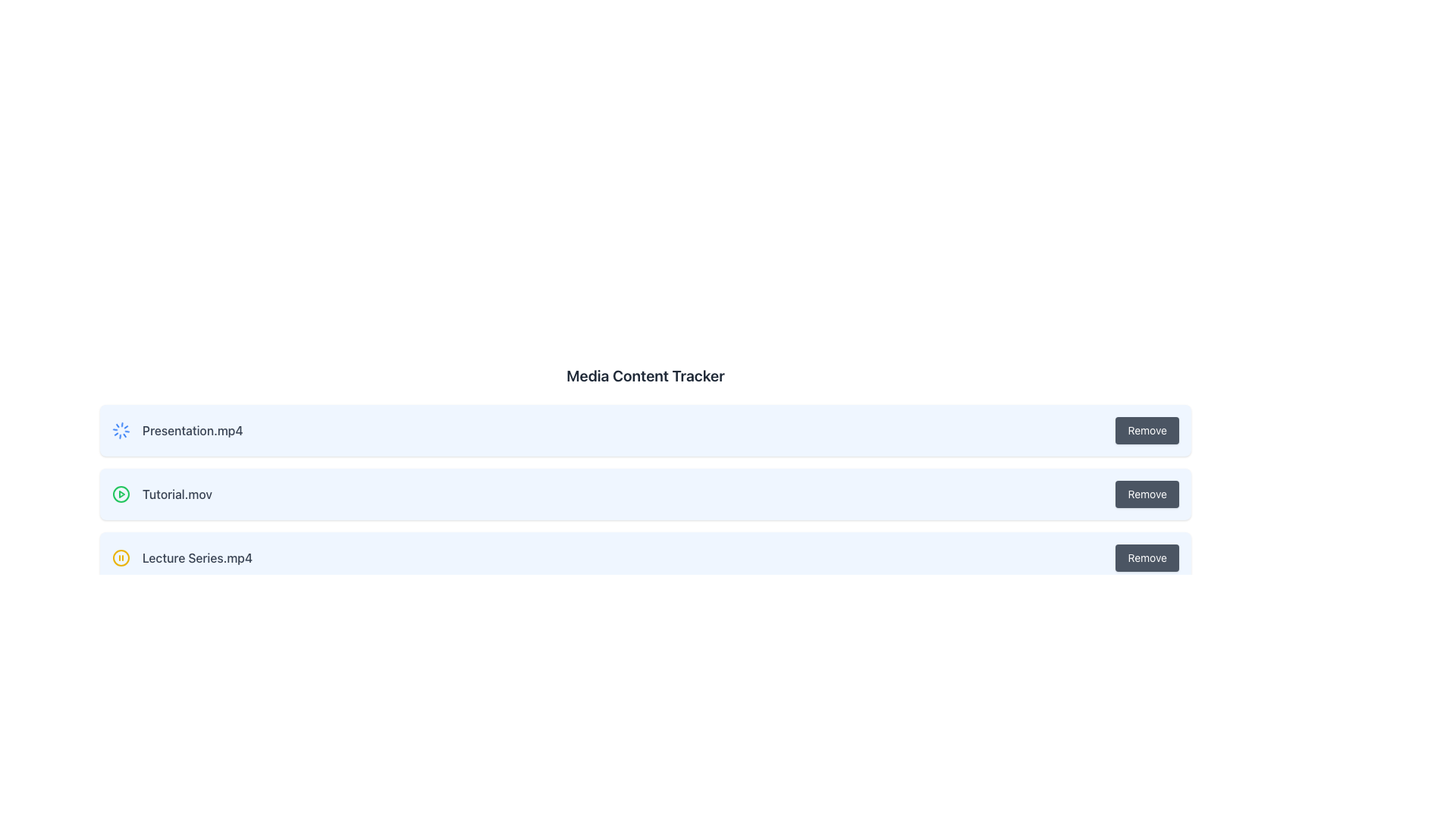 The width and height of the screenshot is (1456, 819). Describe the element at coordinates (1147, 558) in the screenshot. I see `the remove button located on the rightmost side of the row titled 'Lecture Series.mp4' to initiate the remove action` at that location.